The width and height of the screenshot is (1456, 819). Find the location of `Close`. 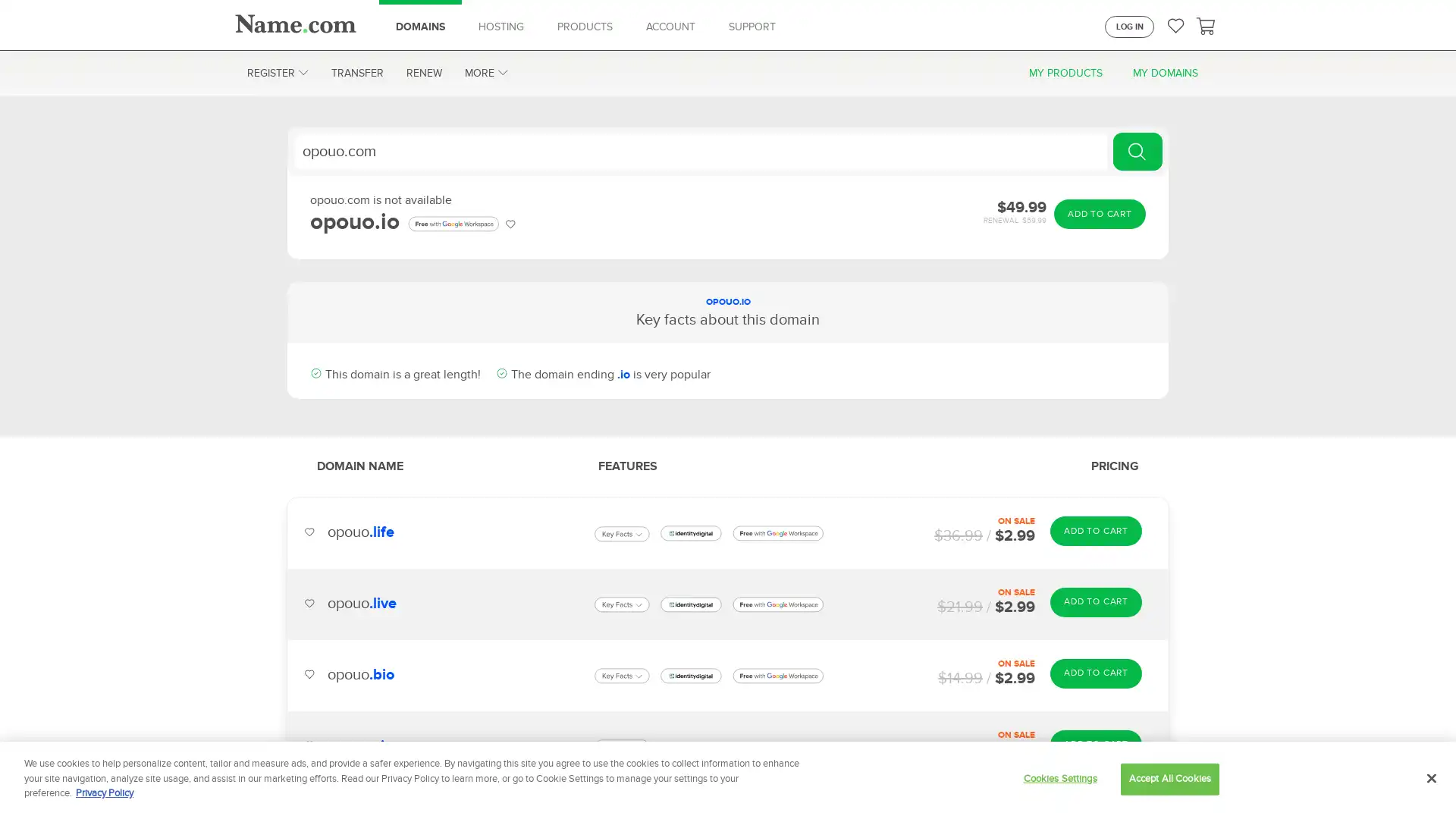

Close is located at coordinates (1430, 778).